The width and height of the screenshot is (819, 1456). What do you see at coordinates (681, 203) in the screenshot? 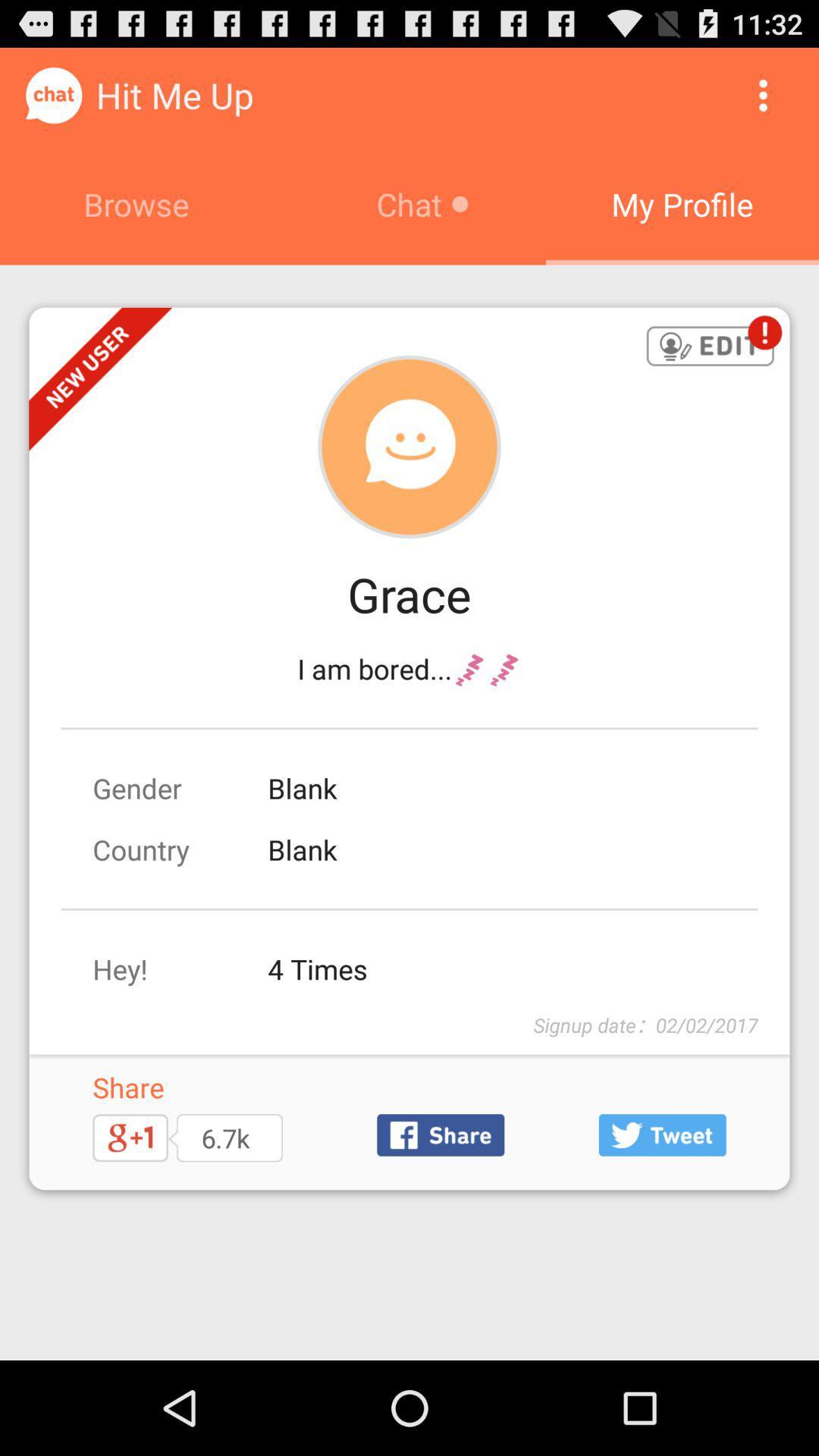
I see `my profile icon` at bounding box center [681, 203].